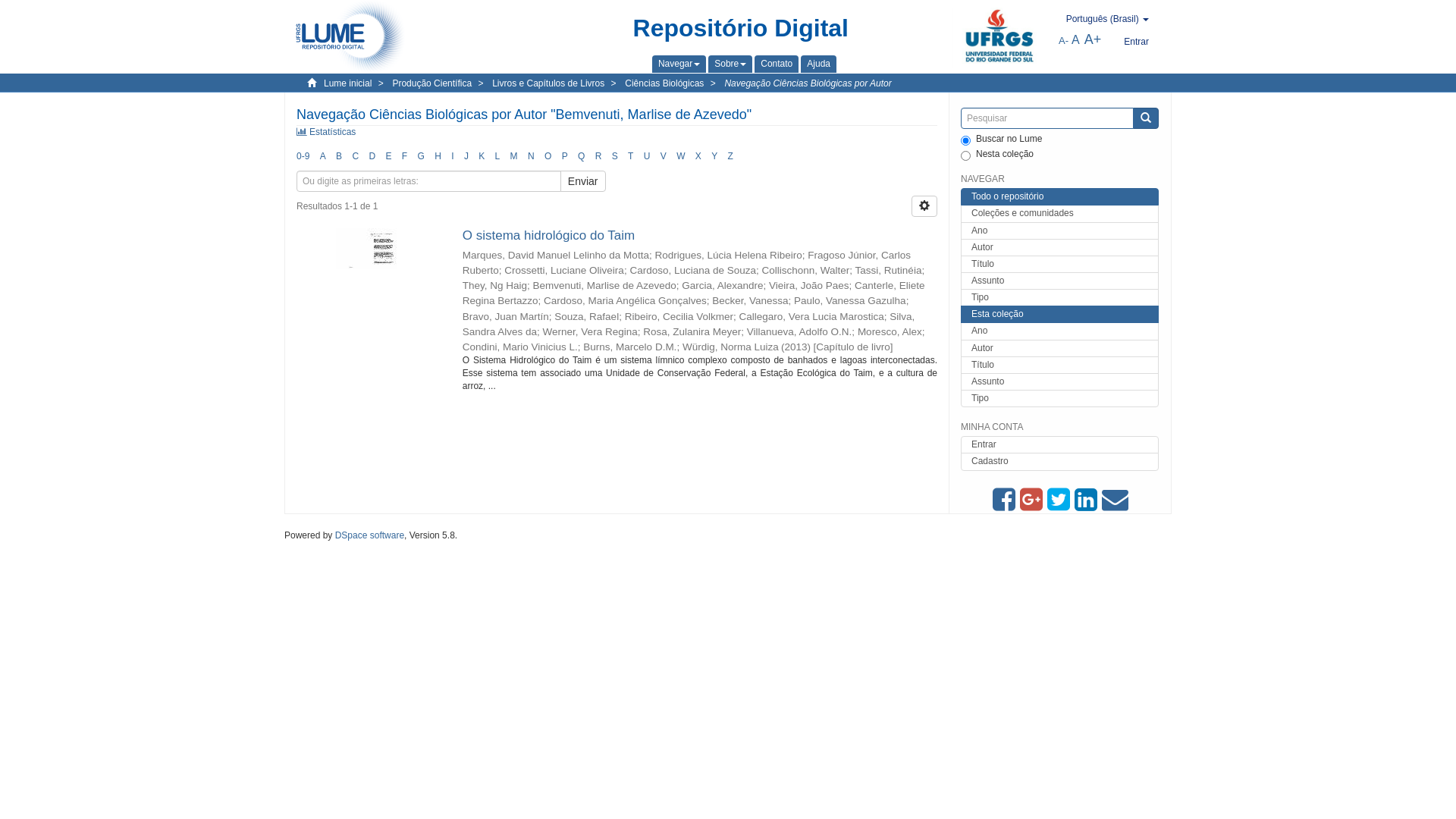 The height and width of the screenshot is (819, 1456). Describe the element at coordinates (1075, 39) in the screenshot. I see `'A'` at that location.